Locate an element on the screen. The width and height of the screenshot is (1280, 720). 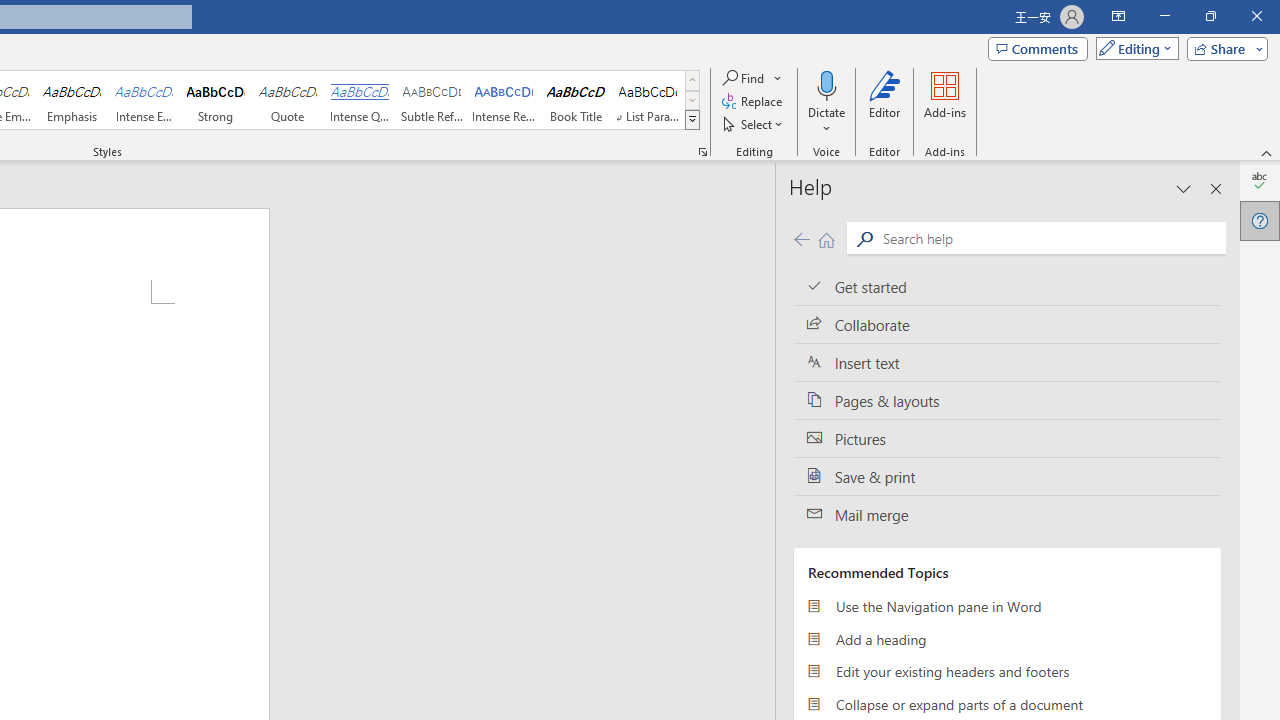
'Close pane' is located at coordinates (1215, 189).